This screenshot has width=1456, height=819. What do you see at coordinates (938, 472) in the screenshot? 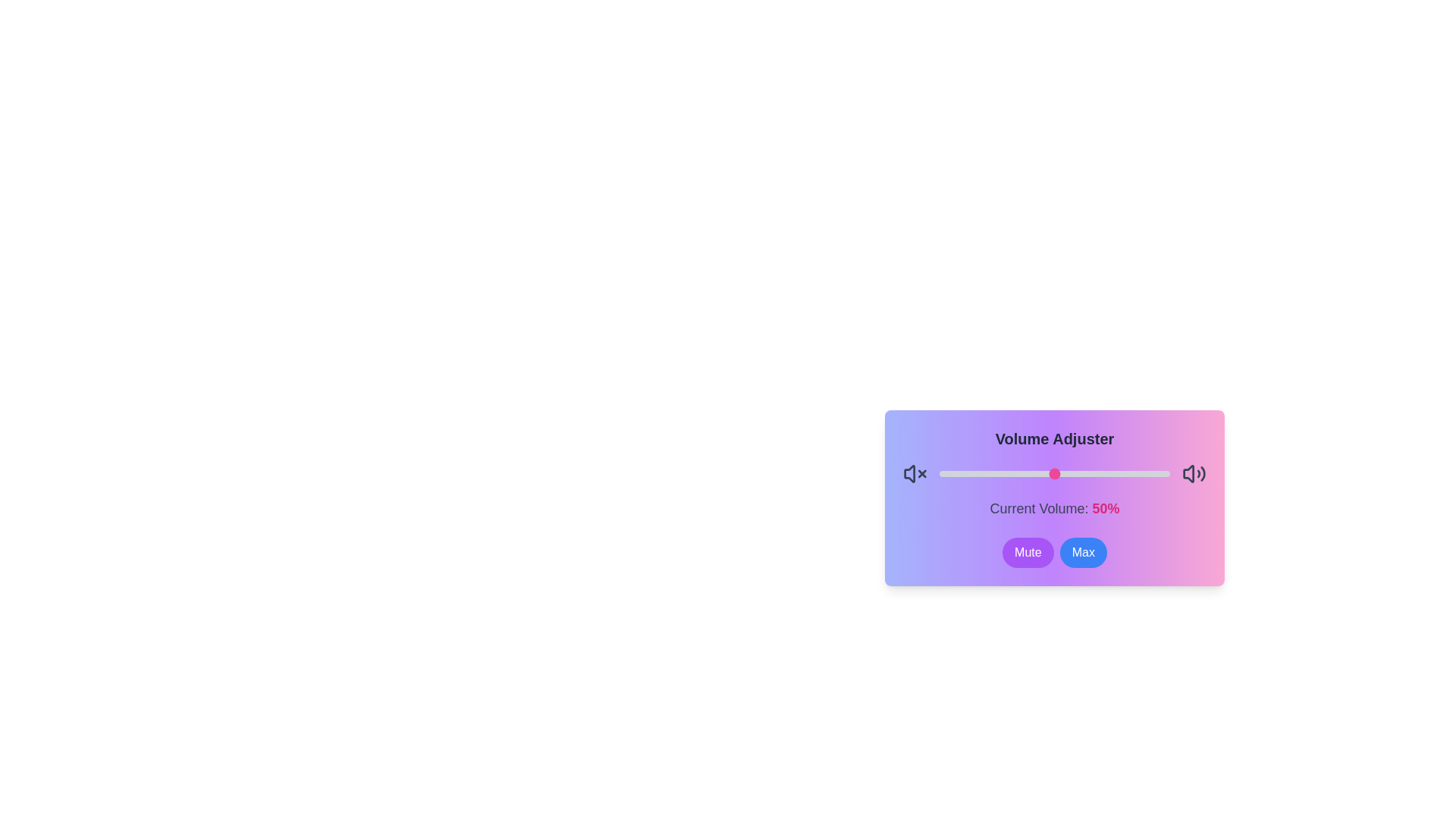
I see `the volume to 0 percent by dragging the slider` at bounding box center [938, 472].